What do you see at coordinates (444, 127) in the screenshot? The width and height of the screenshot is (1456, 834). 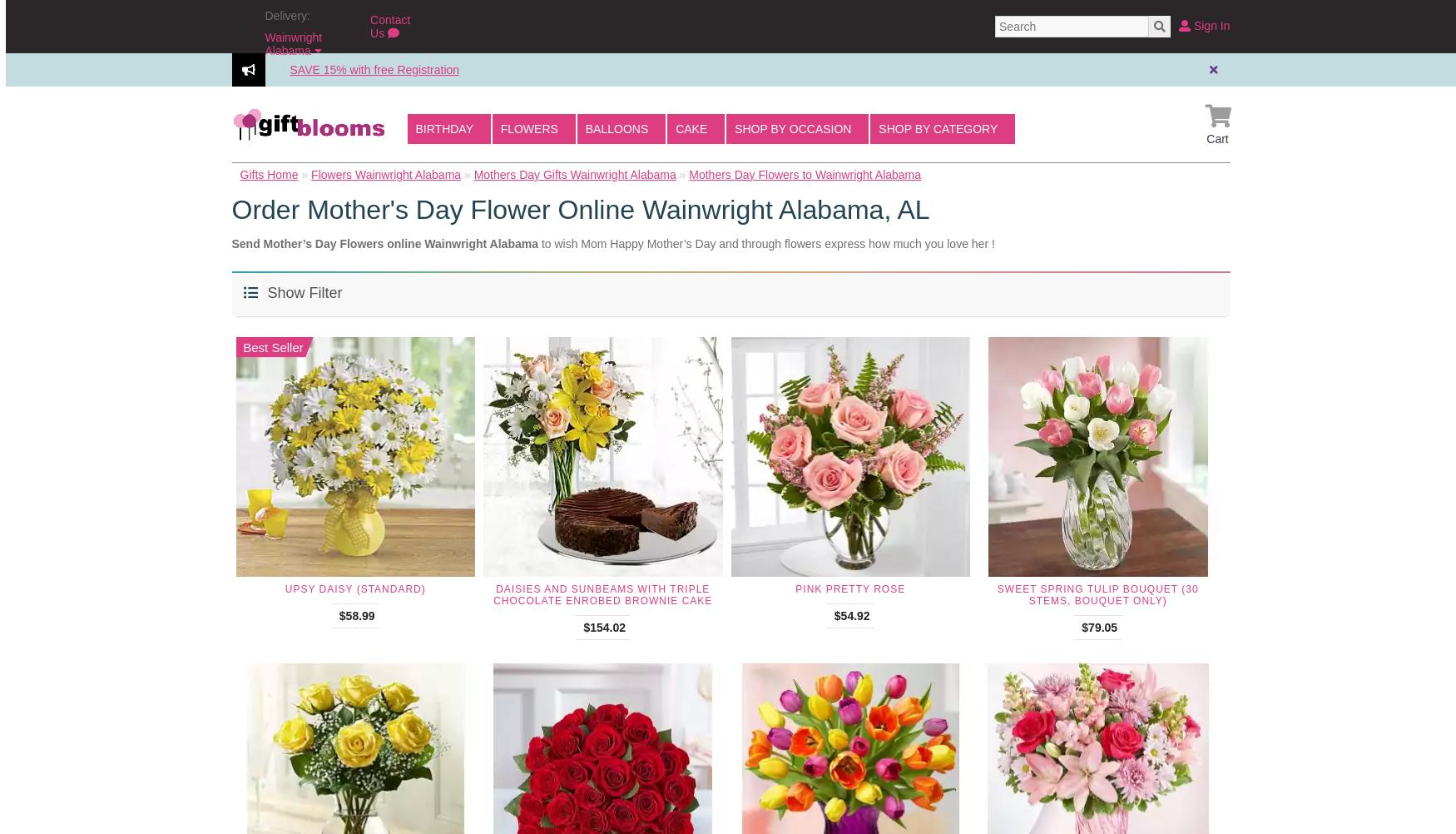 I see `'Birthday'` at bounding box center [444, 127].